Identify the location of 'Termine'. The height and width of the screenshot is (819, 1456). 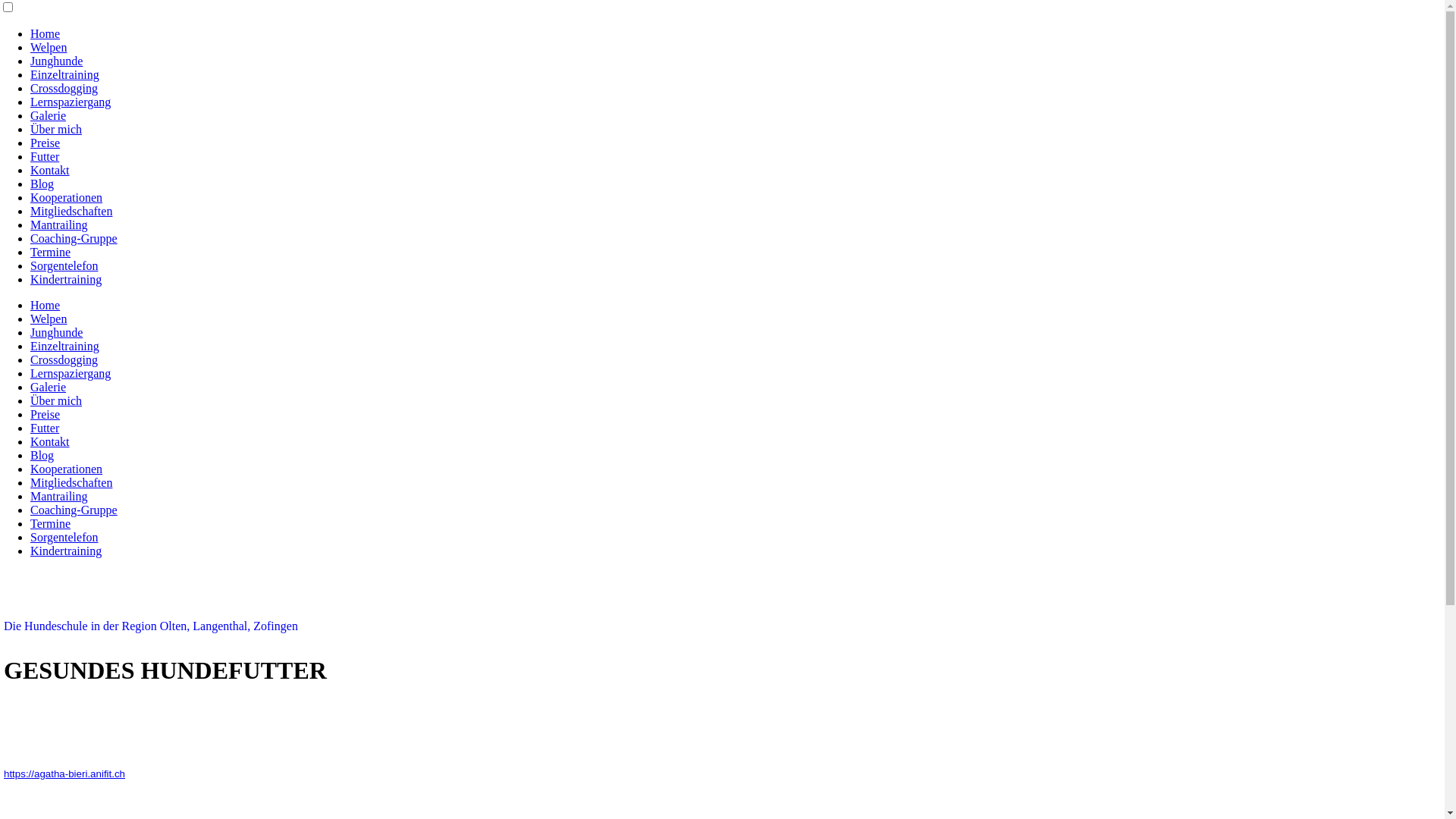
(50, 251).